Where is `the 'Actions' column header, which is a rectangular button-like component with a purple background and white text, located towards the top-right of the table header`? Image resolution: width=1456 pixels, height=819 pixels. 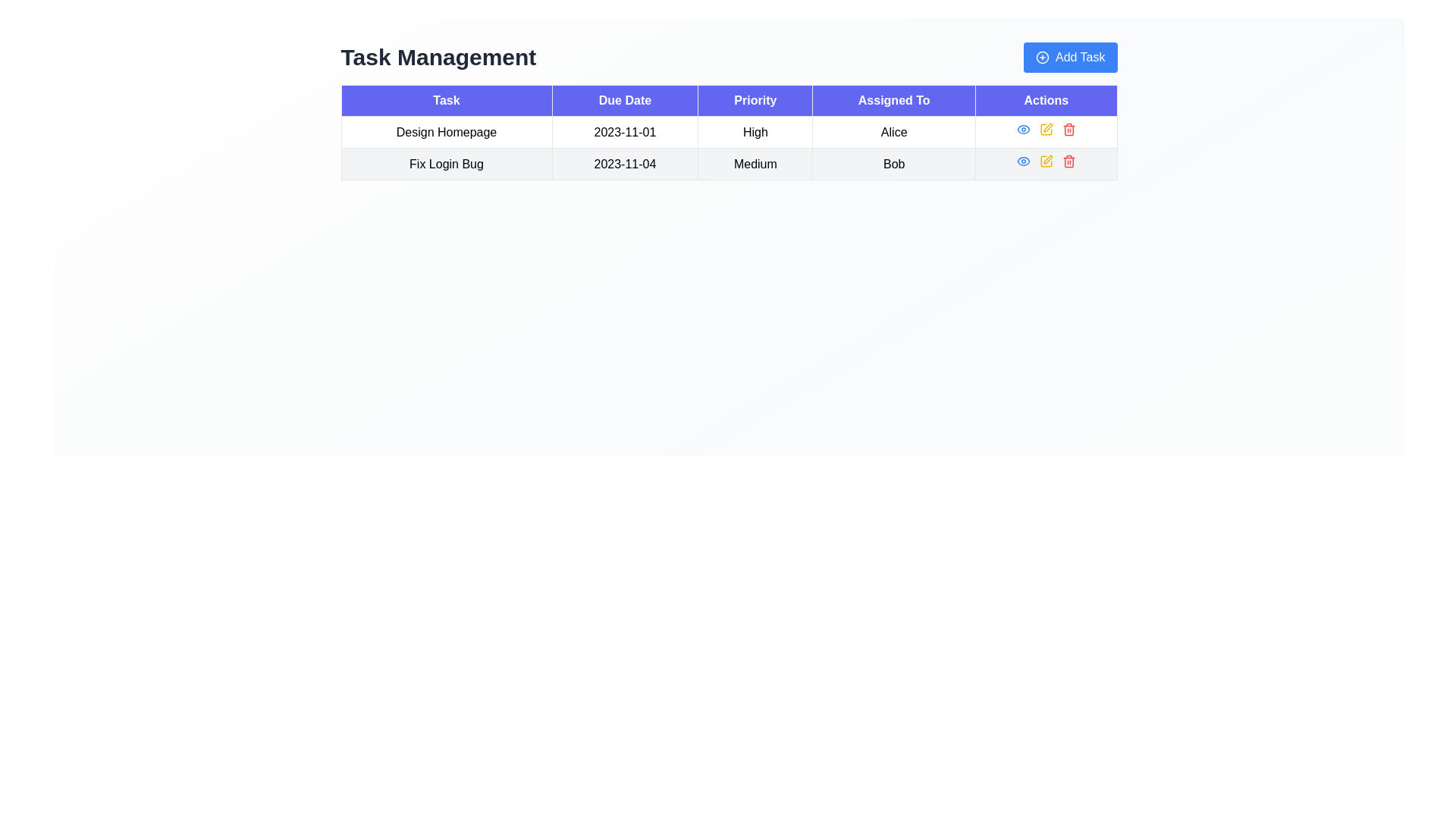 the 'Actions' column header, which is a rectangular button-like component with a purple background and white text, located towards the top-right of the table header is located at coordinates (1045, 100).